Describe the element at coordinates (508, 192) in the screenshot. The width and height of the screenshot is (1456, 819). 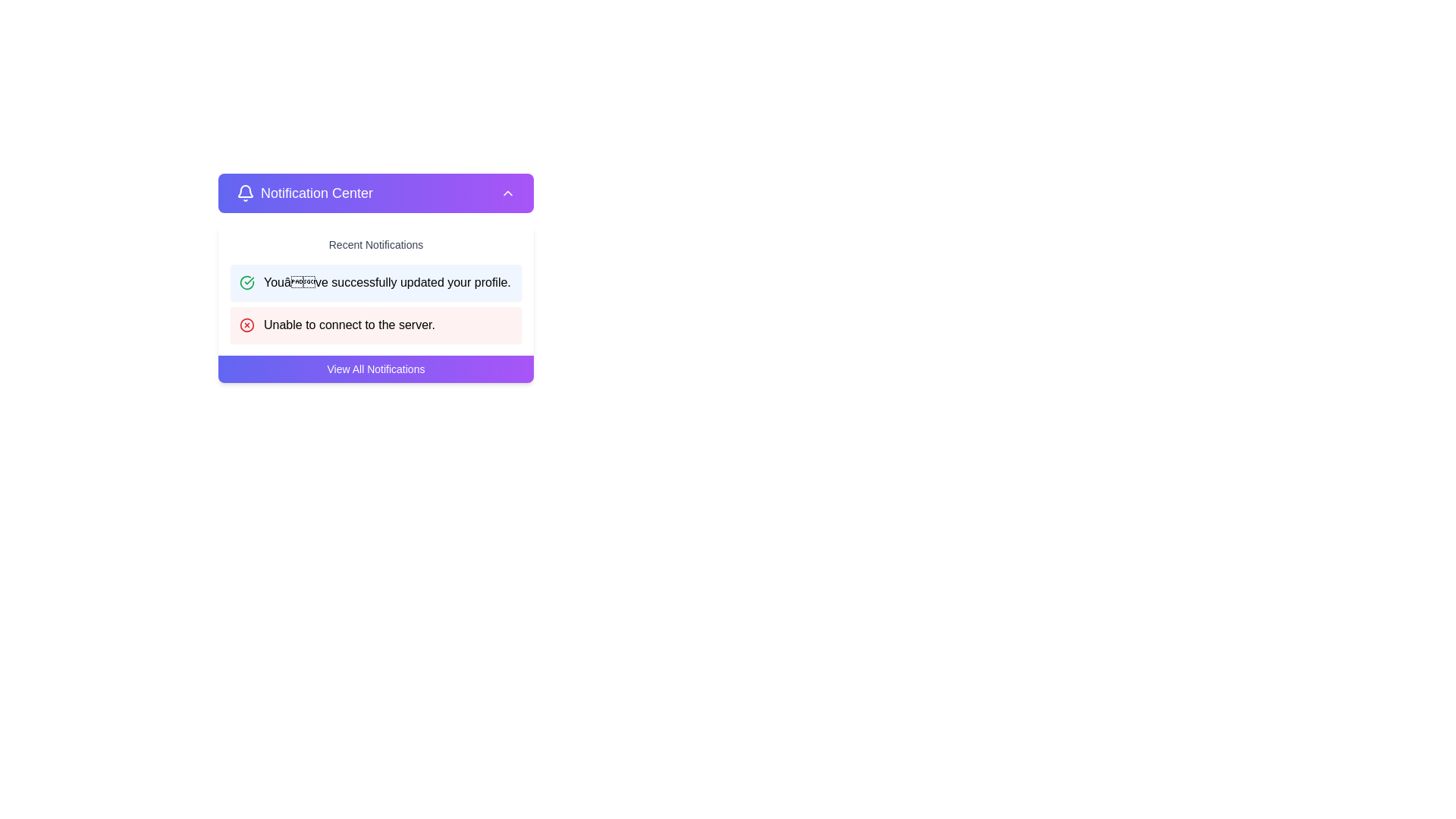
I see `the upward-pointing chevron arrow icon on the purple header bar titled 'Notification Center' to minimize the header` at that location.